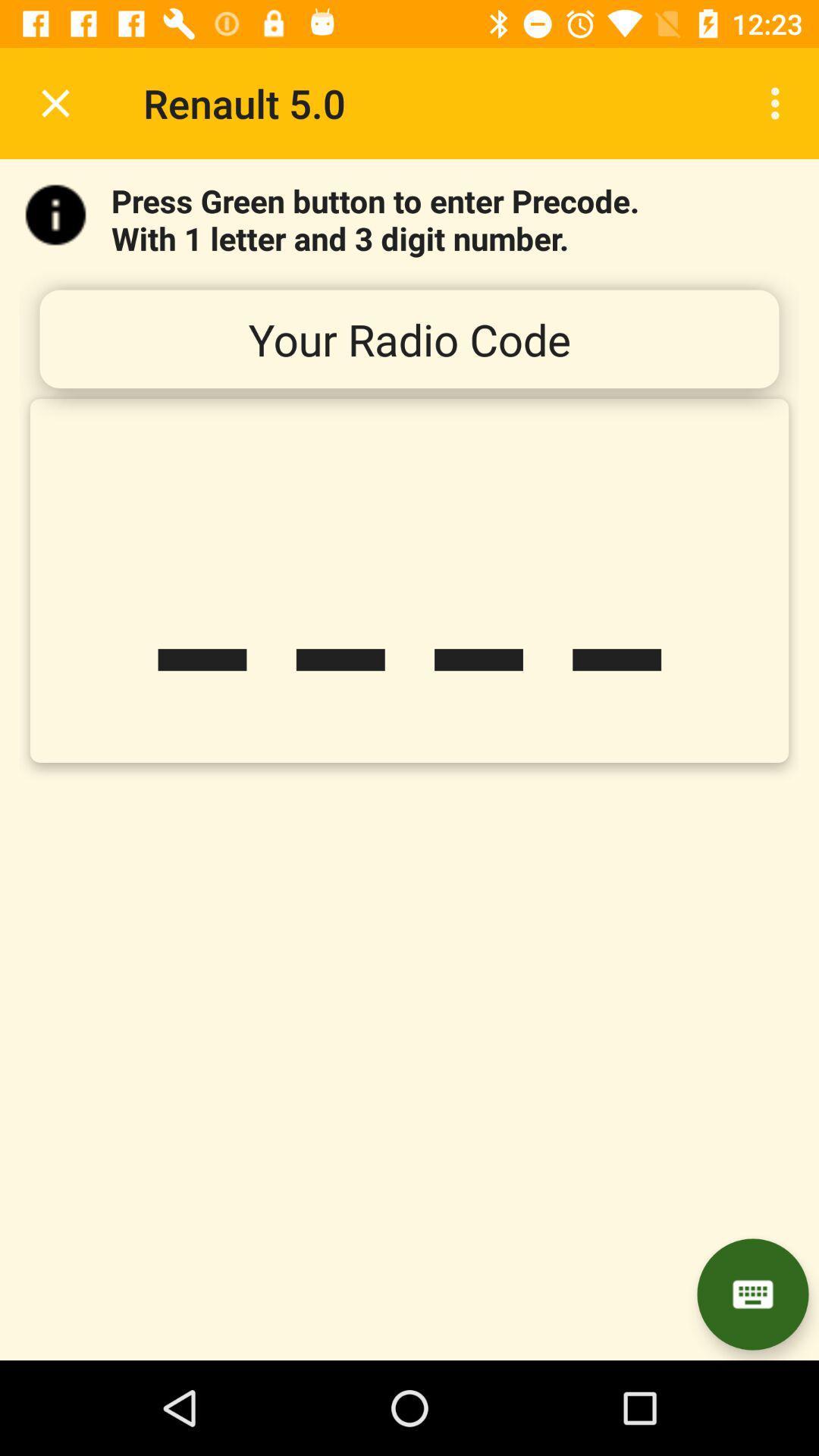 Image resolution: width=819 pixels, height=1456 pixels. I want to click on icon to the left of the renault 5.0, so click(55, 102).